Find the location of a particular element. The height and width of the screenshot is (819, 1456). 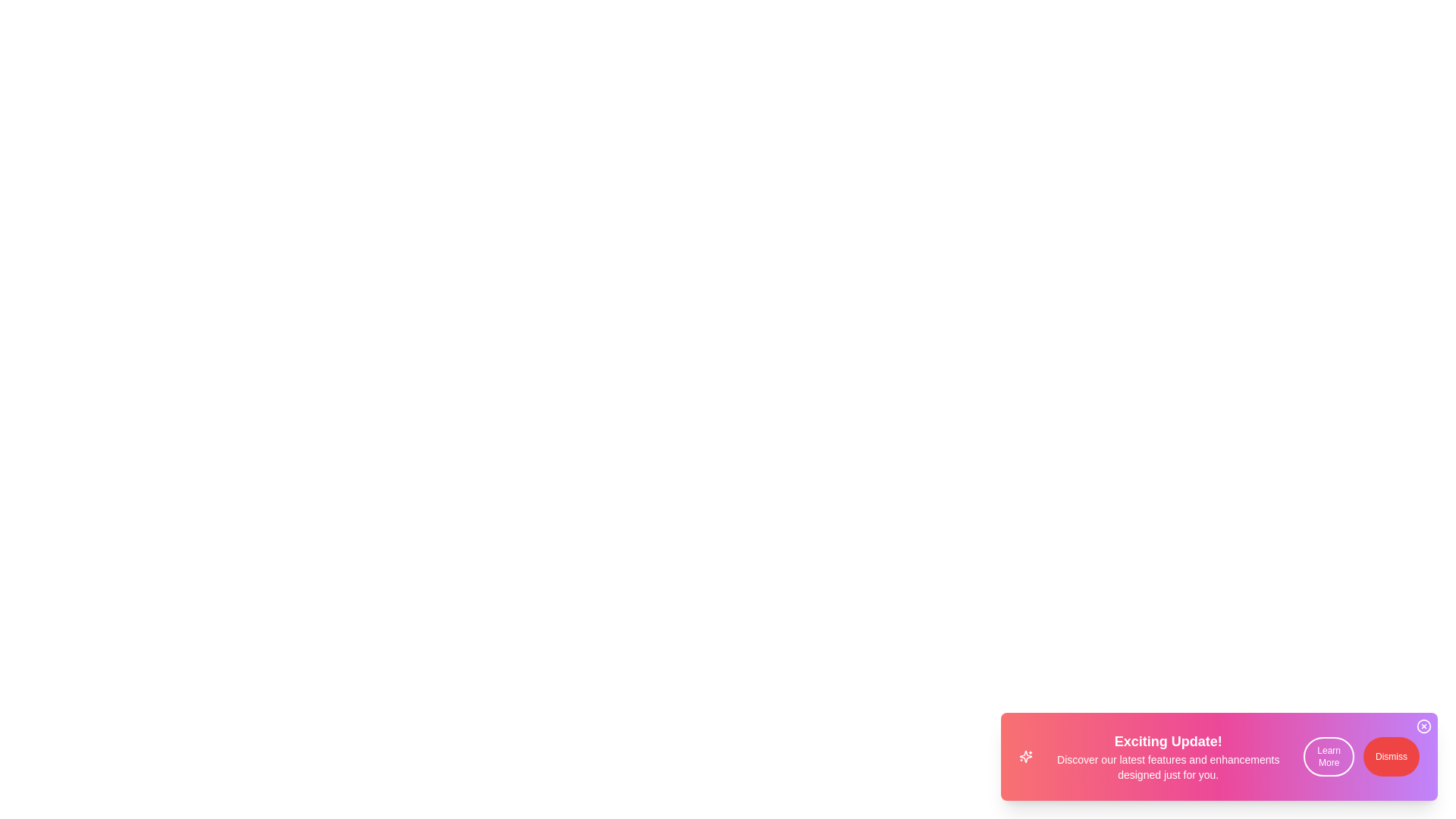

the close icon in the top-right corner of the snackbar to close it is located at coordinates (1423, 725).